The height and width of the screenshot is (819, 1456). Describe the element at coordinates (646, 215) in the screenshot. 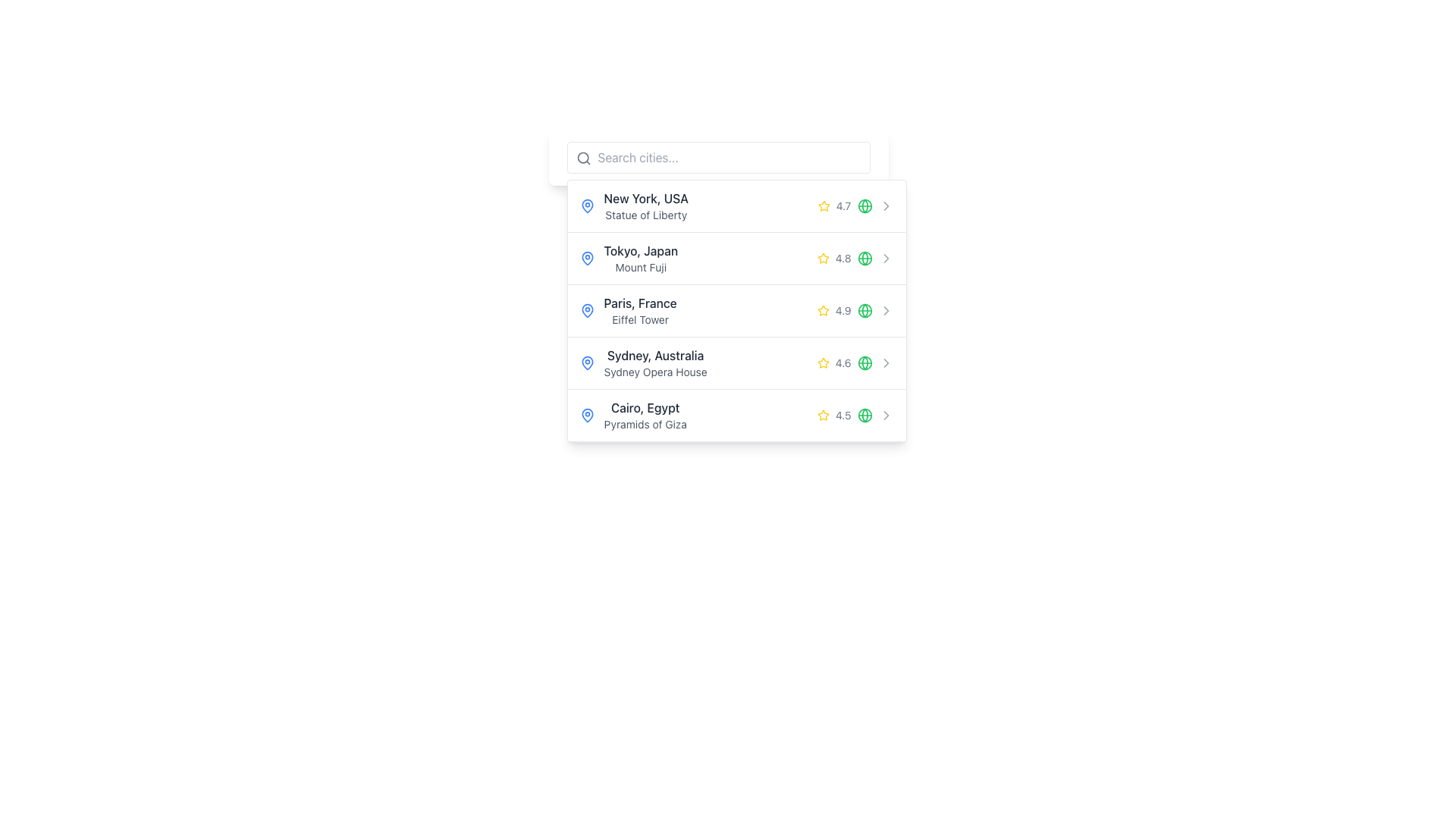

I see `the text label that provides additional descriptive information about the landmark associated with 'New York, USA', specifically the second line under the main city label` at that location.